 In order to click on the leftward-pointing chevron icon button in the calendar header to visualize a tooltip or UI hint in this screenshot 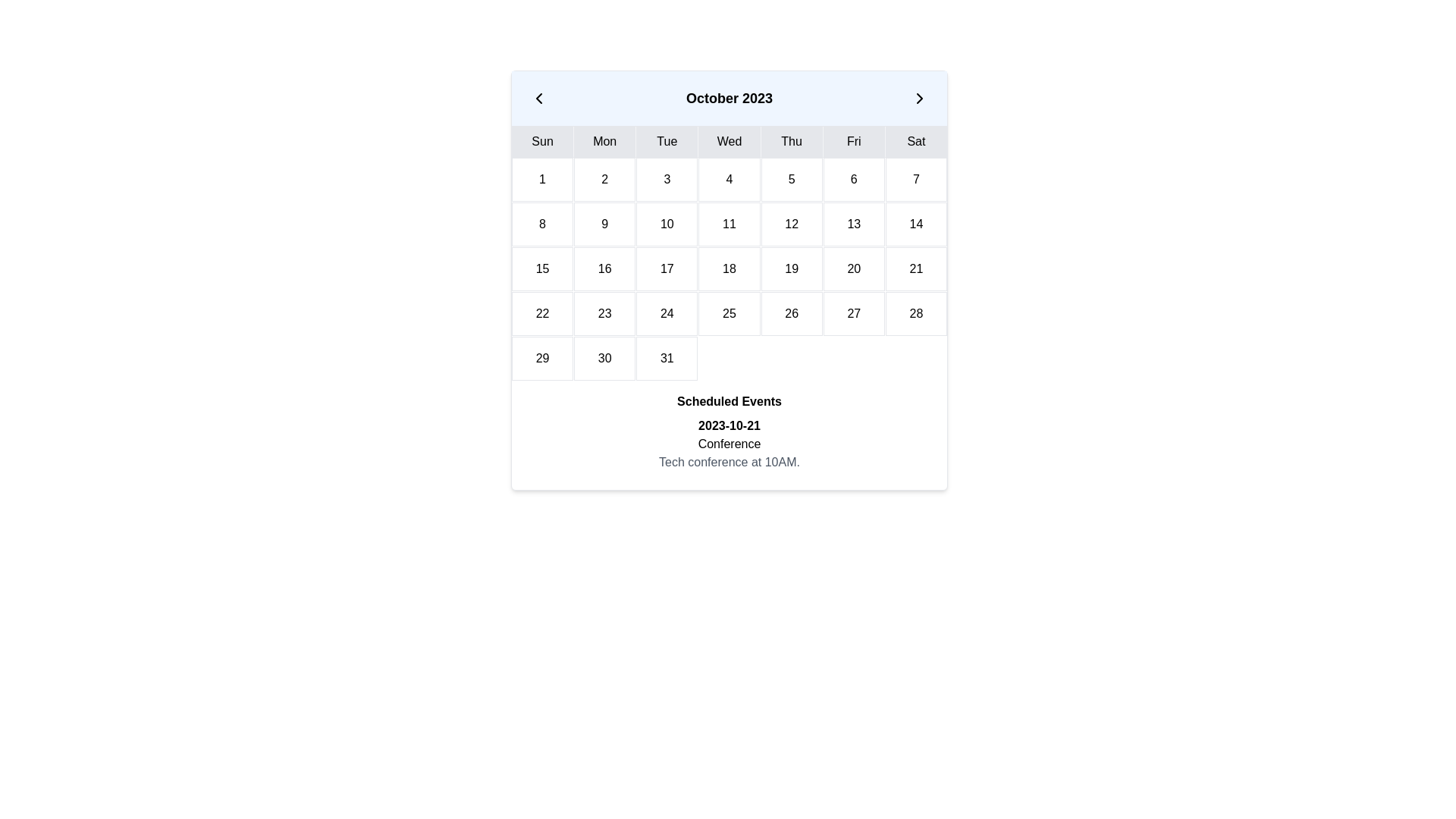, I will do `click(538, 99)`.